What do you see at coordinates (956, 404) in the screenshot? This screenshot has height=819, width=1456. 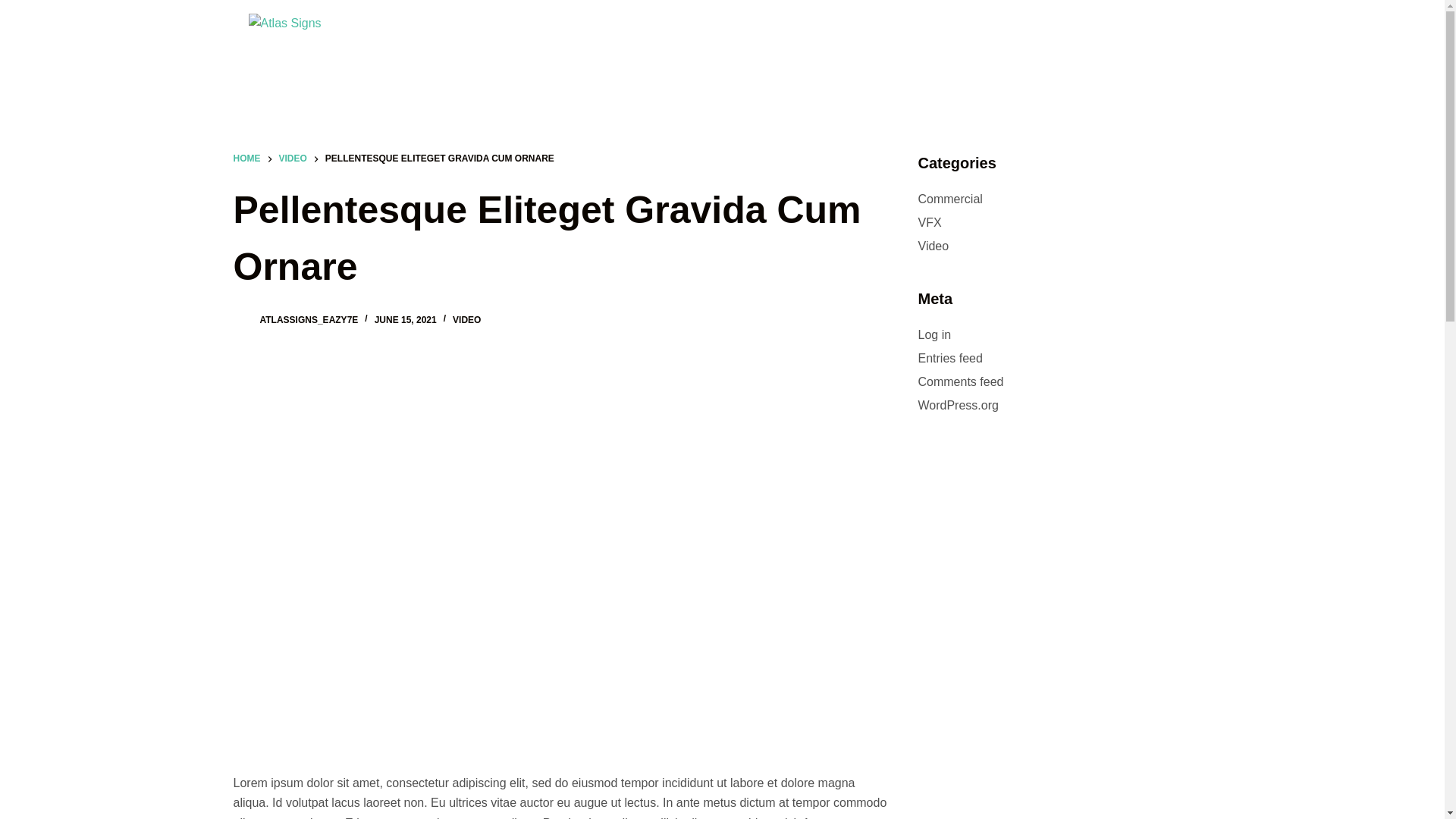 I see `'WordPress.org'` at bounding box center [956, 404].